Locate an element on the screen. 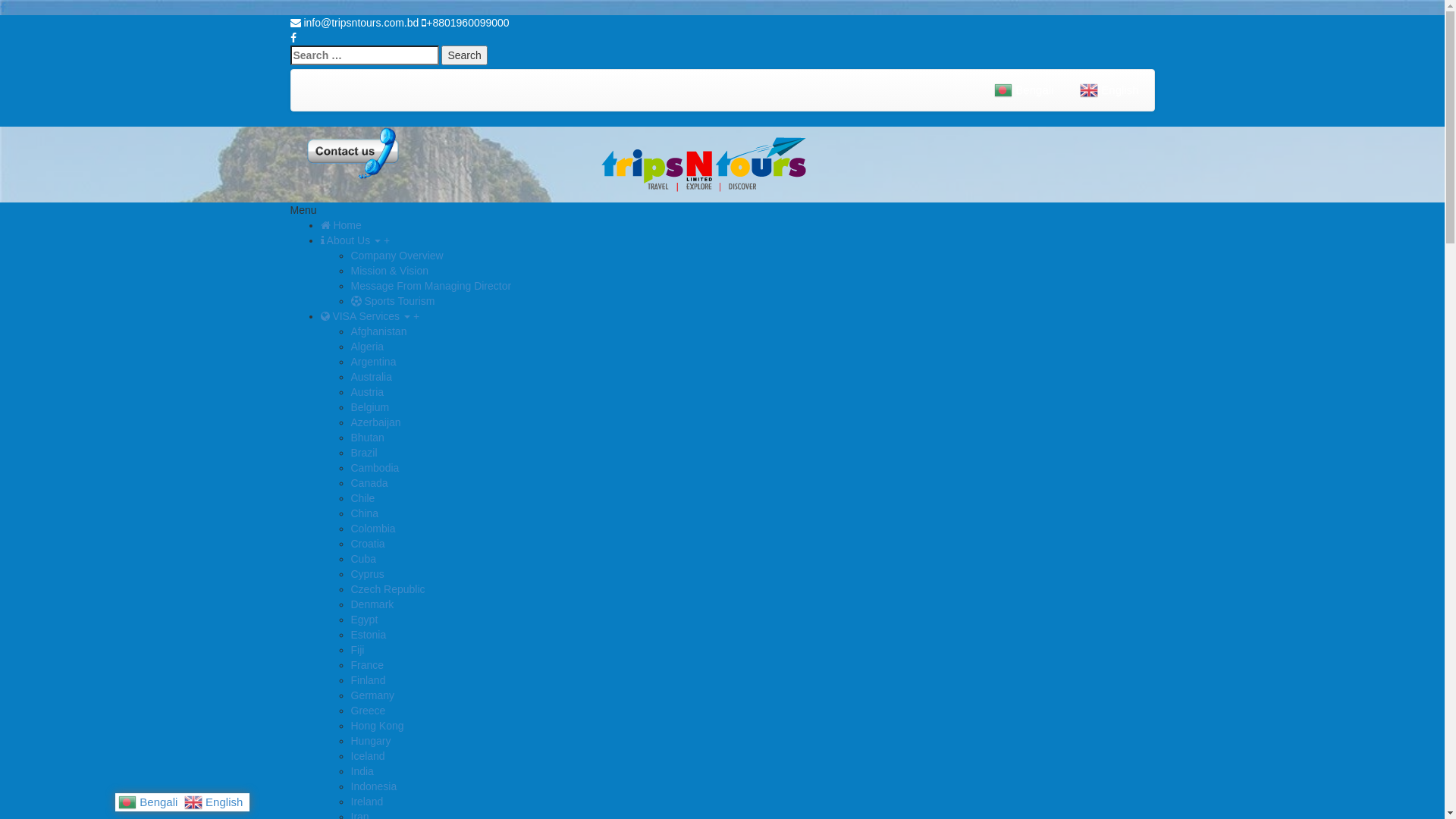 This screenshot has height=819, width=1456. 'Bengali' is located at coordinates (118, 800).